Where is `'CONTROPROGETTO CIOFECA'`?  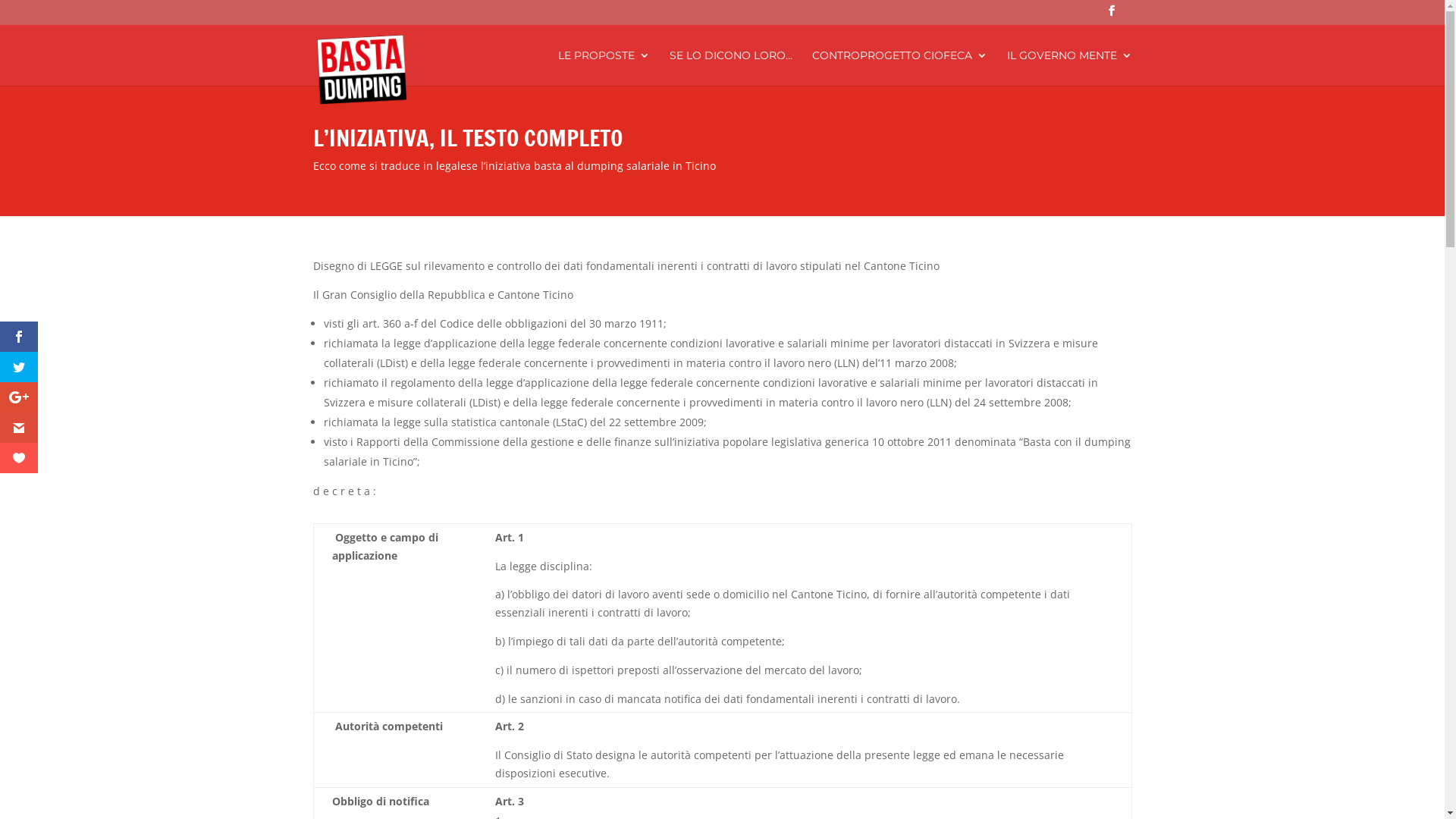
'CONTROPROGETTO CIOFECA' is located at coordinates (899, 67).